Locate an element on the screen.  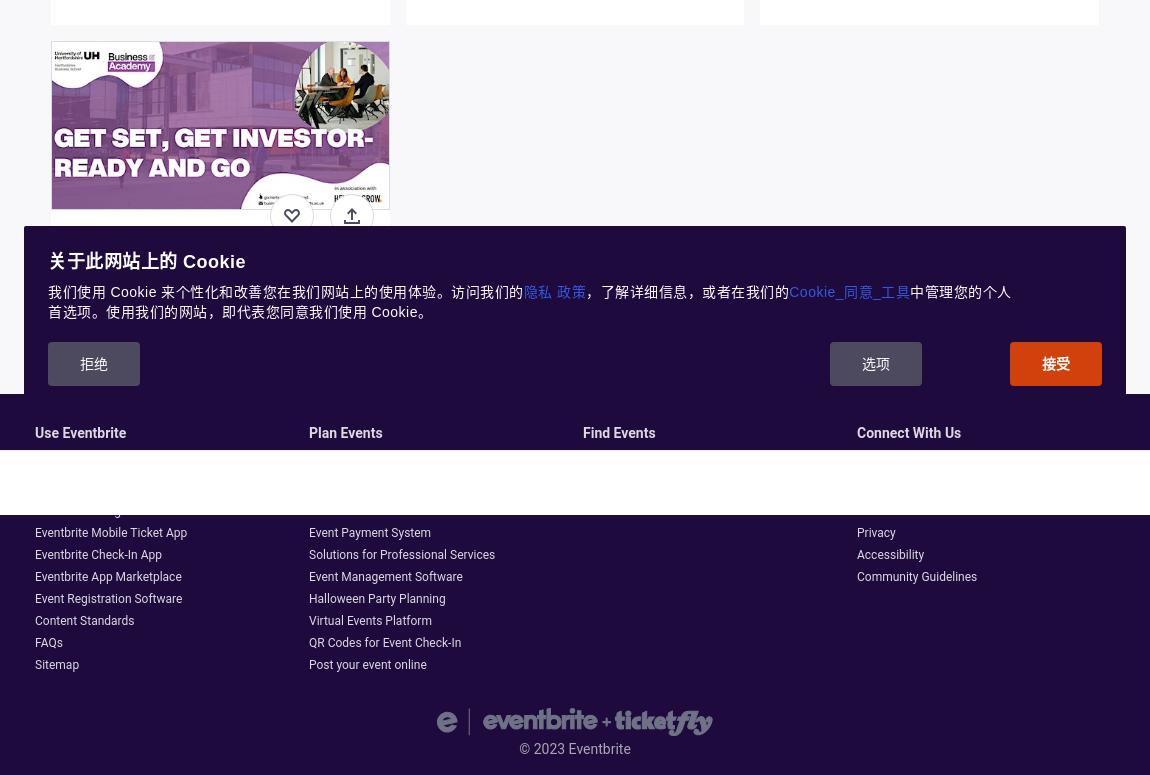
'Solutions for Professional Services' is located at coordinates (402, 554).